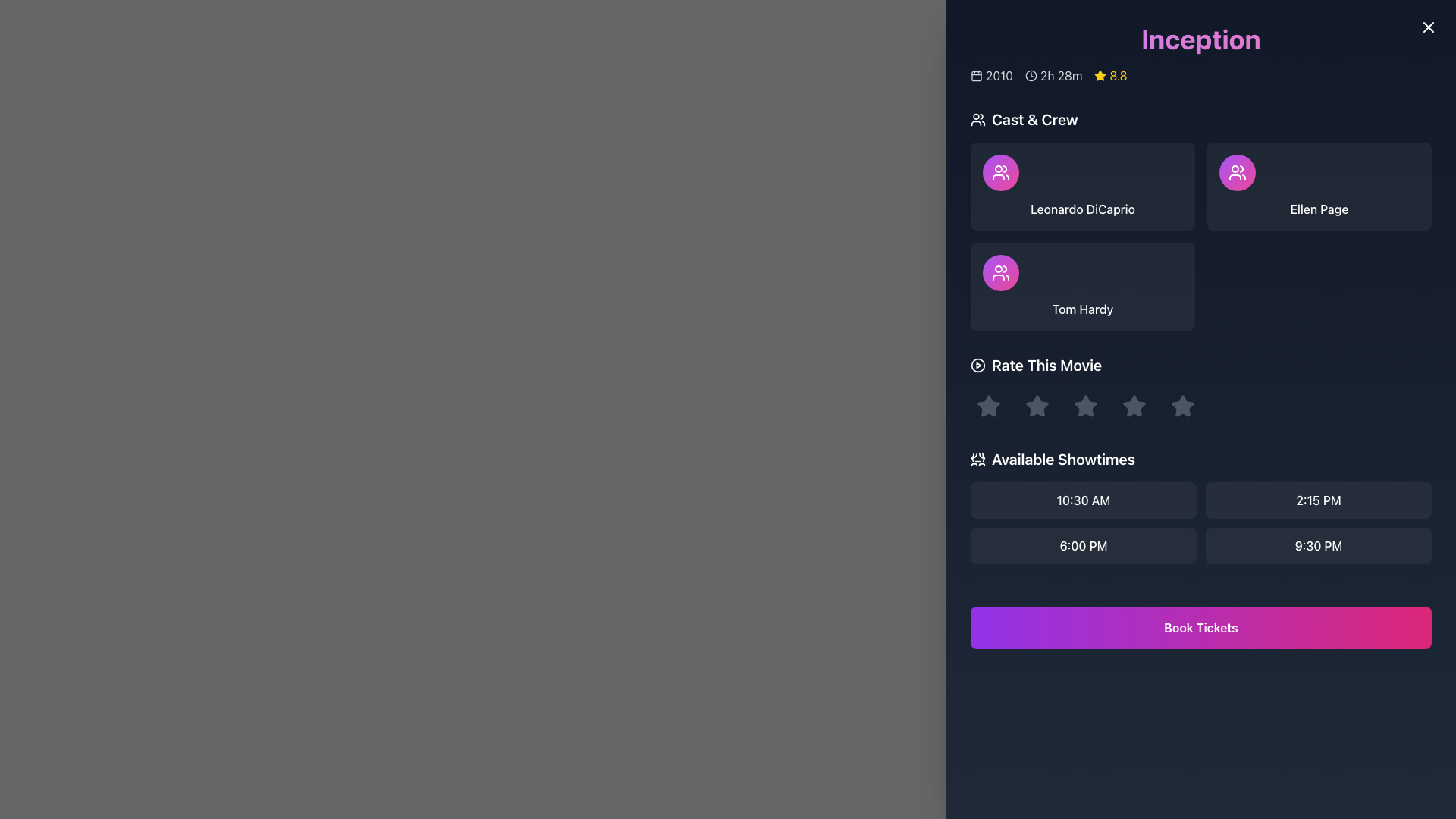 Image resolution: width=1456 pixels, height=819 pixels. I want to click on the group of people icon in the 'Cast & Crew' section, which has a minimalistic design with a white silhouette on a vibrant purple-pink gradient background, located at the top-right corner of the card with 'Ellen Page' text below it, so click(1001, 271).